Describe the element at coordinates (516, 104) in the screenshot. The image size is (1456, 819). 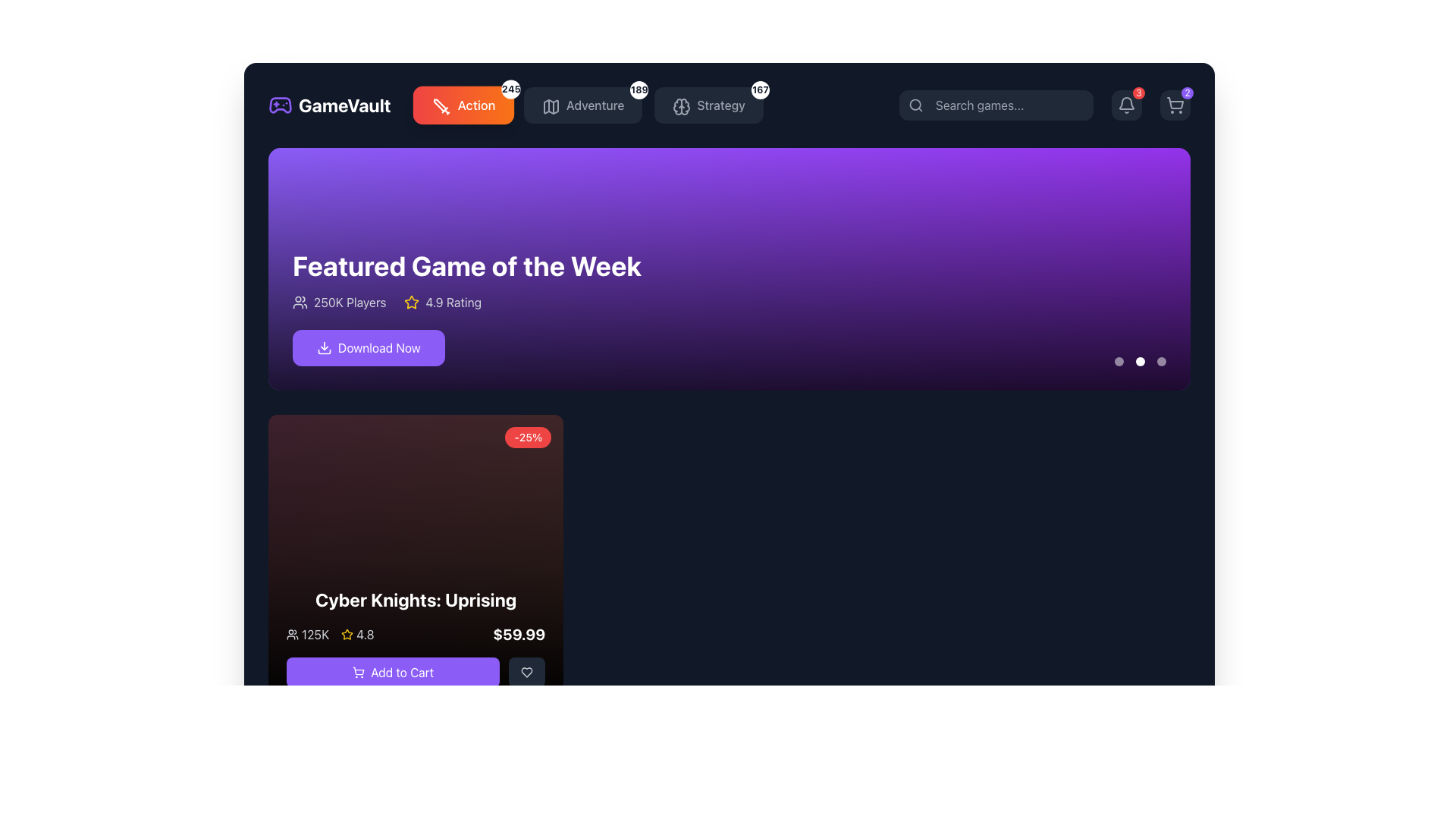
I see `the Navigation bar containing category selection buttons` at that location.